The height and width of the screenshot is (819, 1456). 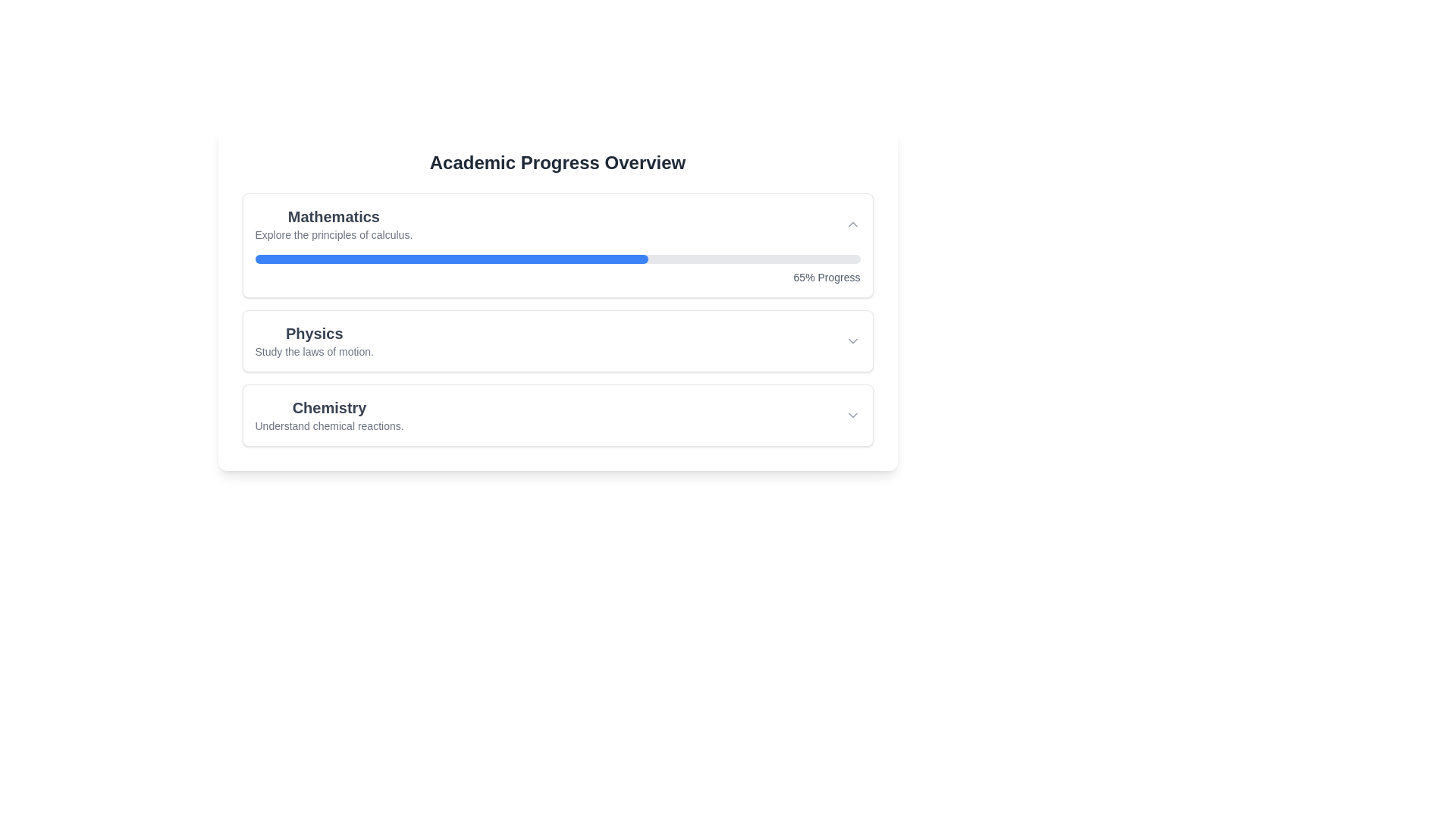 I want to click on the 'Chemistry' text block, which is bold and styled as a header in a large gray font, located under 'Academic Progress Overview.', so click(x=328, y=415).